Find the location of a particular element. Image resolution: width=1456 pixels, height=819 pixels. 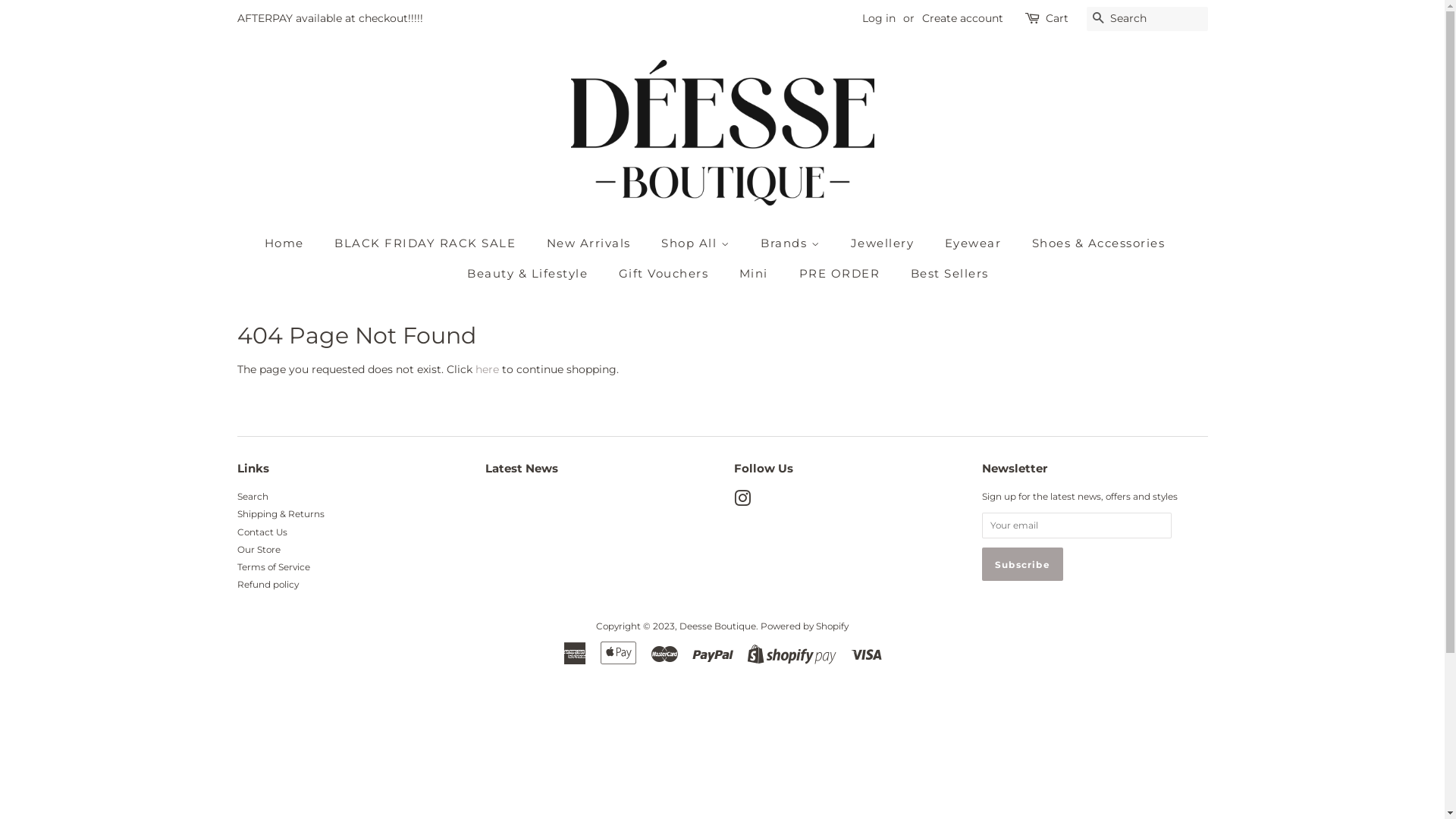

'Eyewear' is located at coordinates (975, 242).